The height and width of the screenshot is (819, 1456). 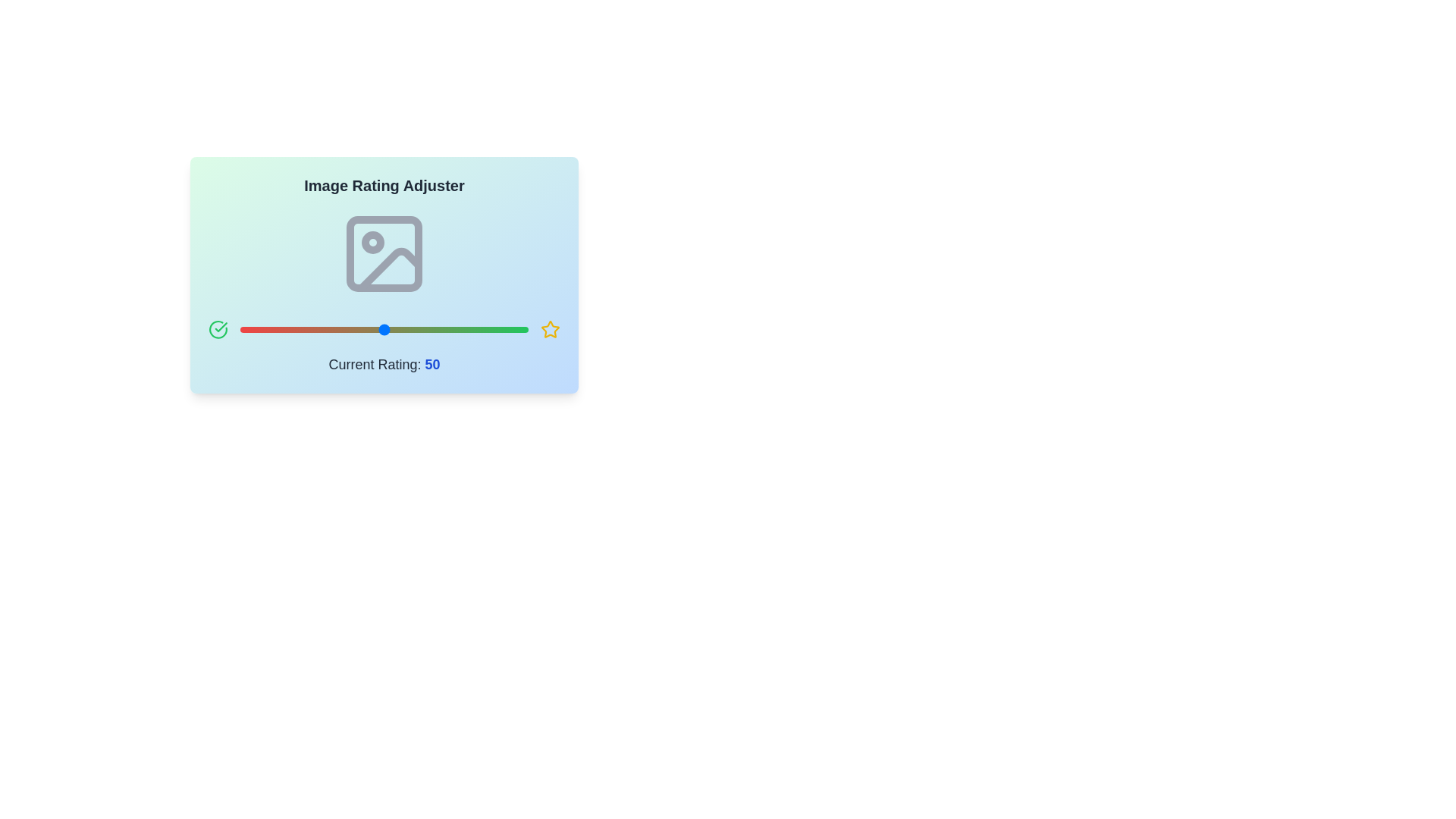 I want to click on the checkmark icon on the left of the slider, so click(x=218, y=329).